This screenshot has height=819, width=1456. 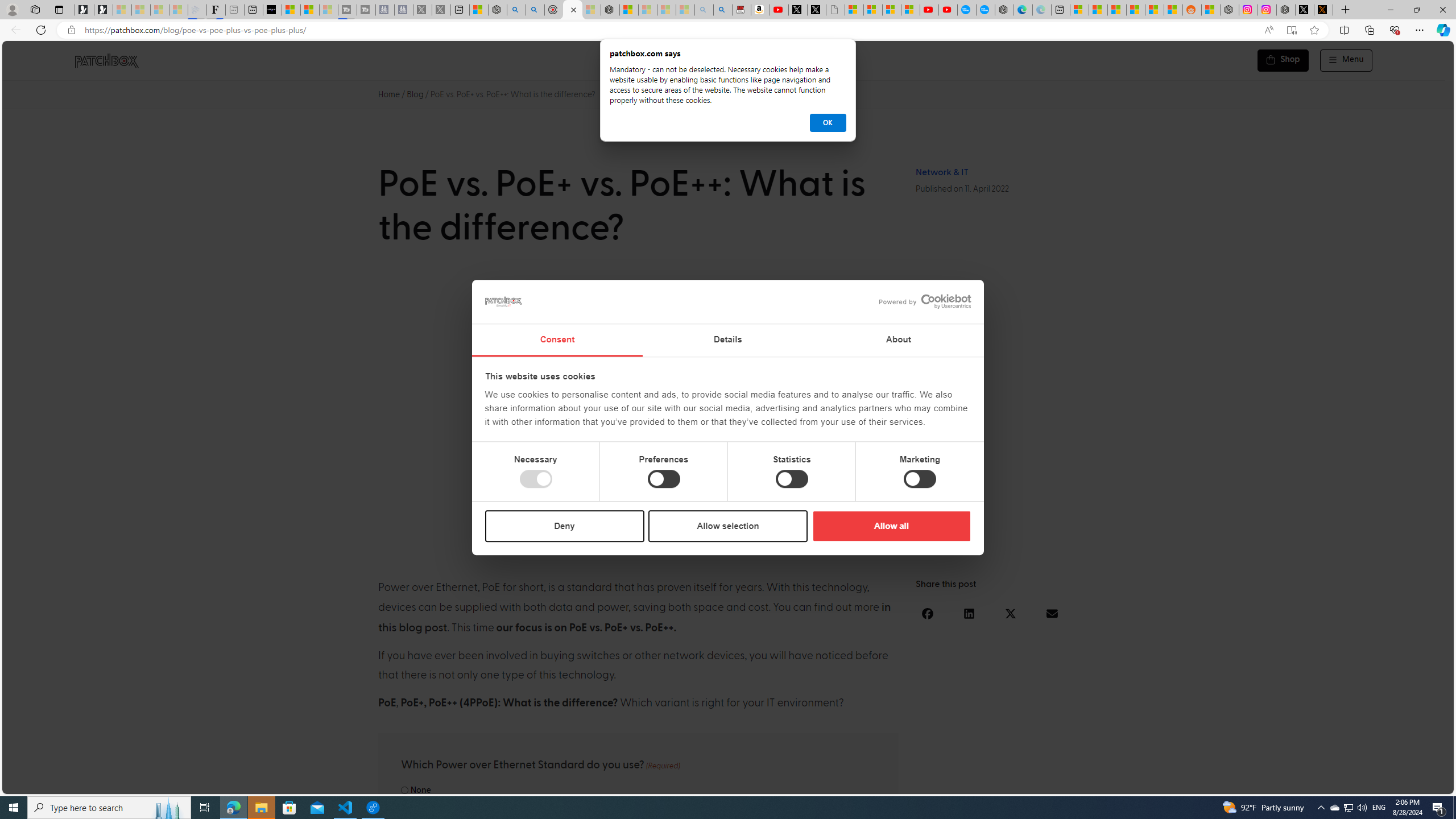 I want to click on 'OK', so click(x=828, y=122).